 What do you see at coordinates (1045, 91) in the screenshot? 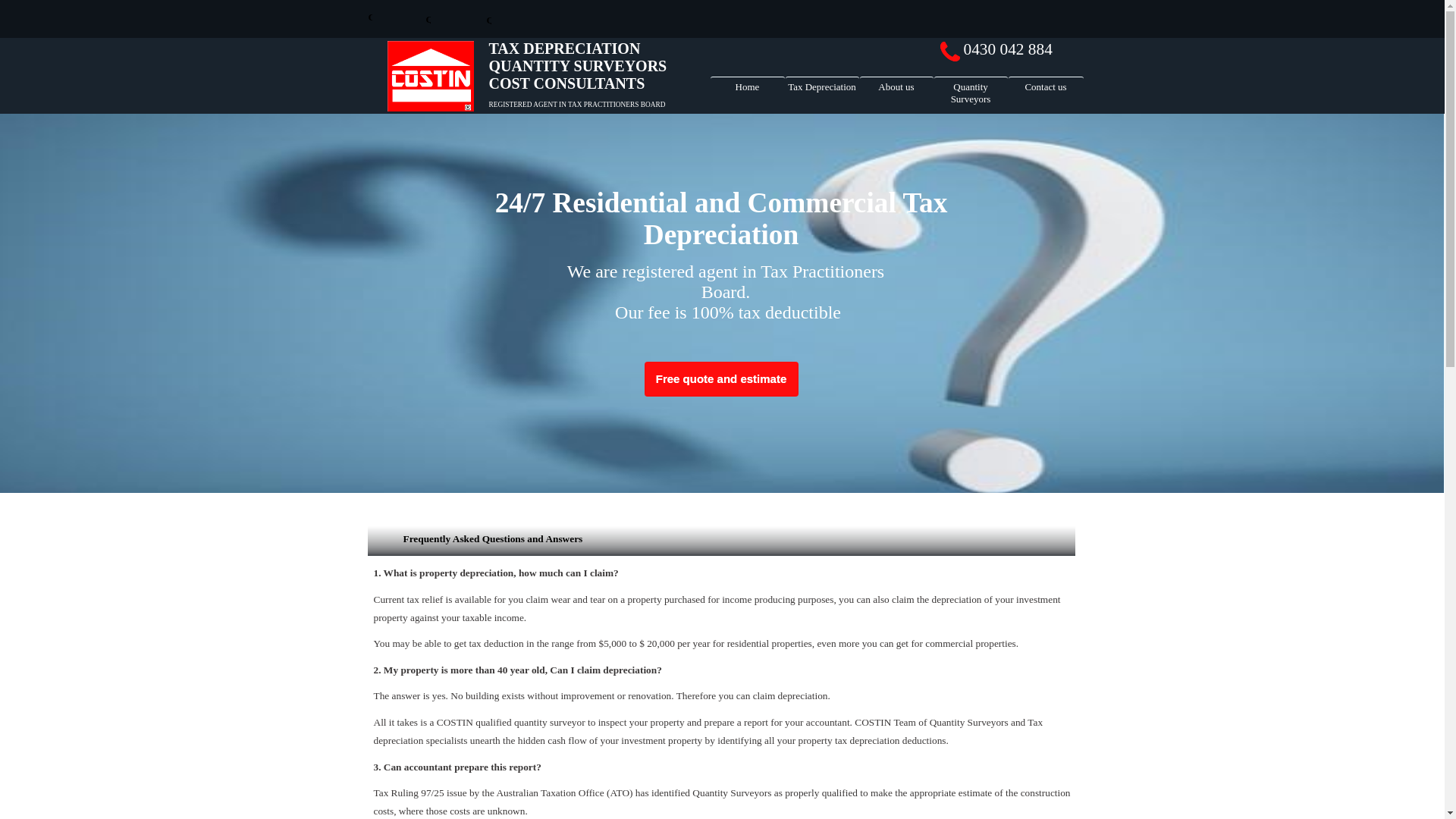
I see `'Contact us'` at bounding box center [1045, 91].